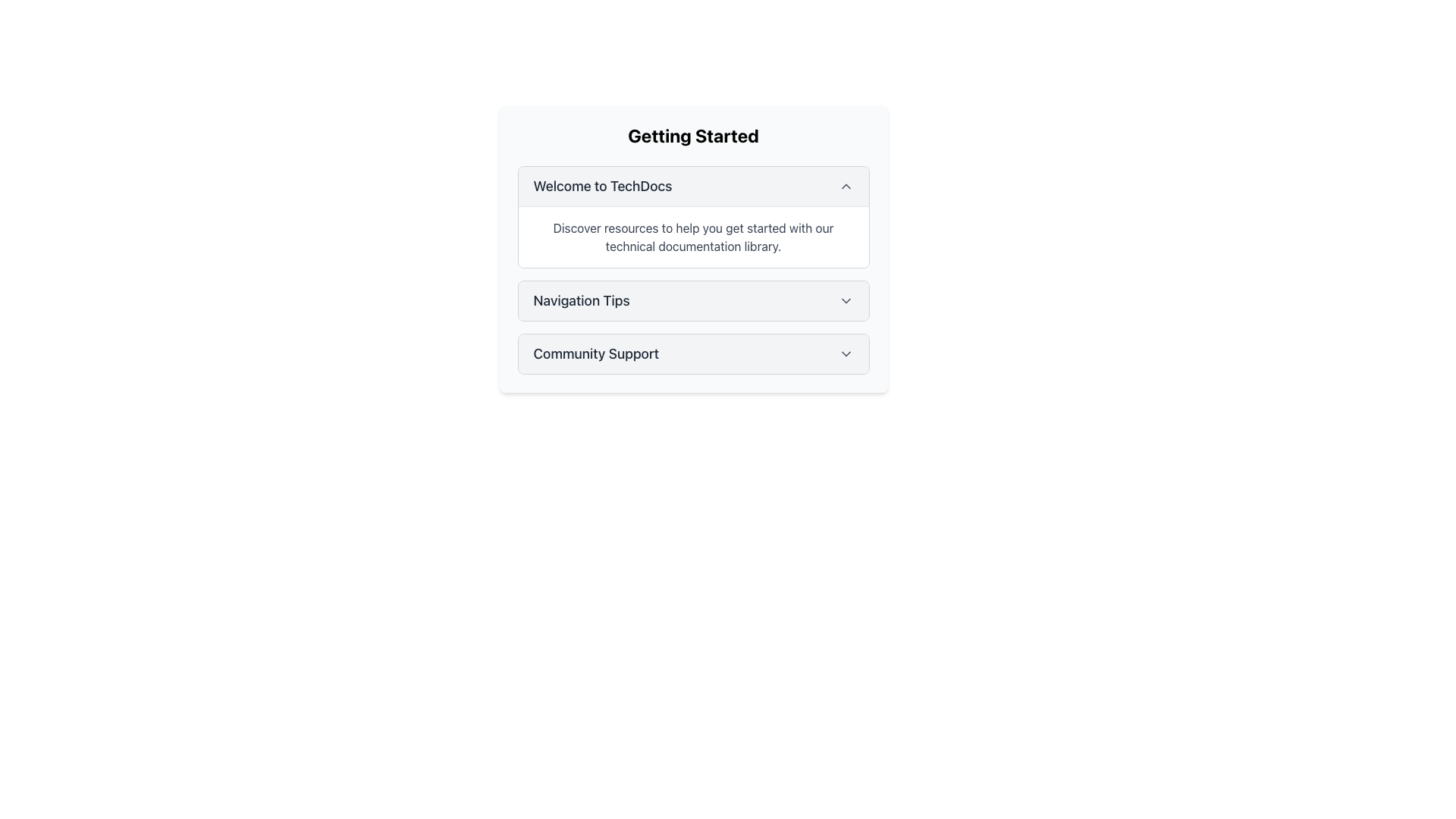 The height and width of the screenshot is (819, 1456). Describe the element at coordinates (845, 301) in the screenshot. I see `the downward-facing chevron icon` at that location.